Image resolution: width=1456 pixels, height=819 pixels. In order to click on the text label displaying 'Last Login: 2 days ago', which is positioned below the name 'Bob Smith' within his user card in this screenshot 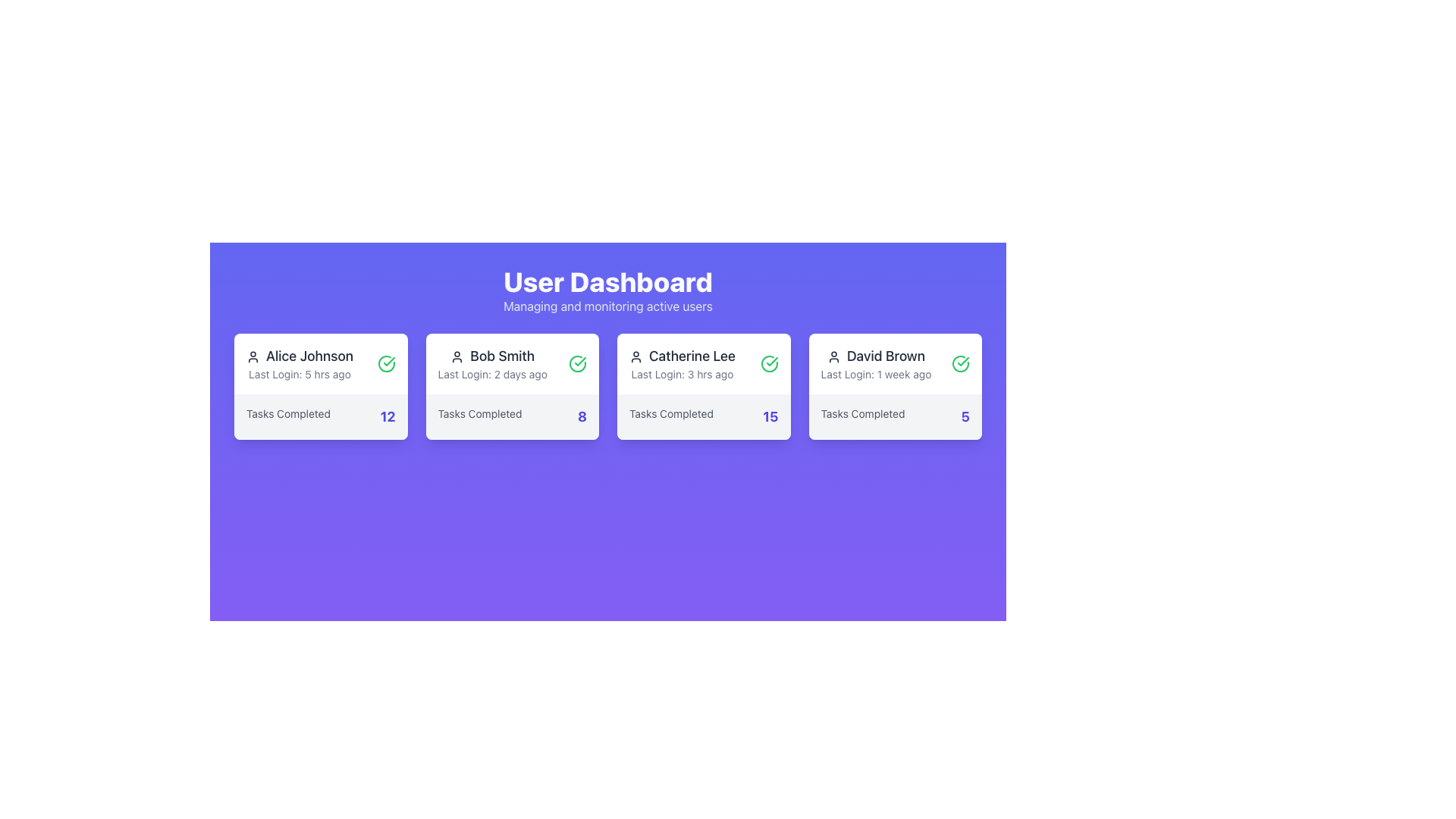, I will do `click(492, 374)`.